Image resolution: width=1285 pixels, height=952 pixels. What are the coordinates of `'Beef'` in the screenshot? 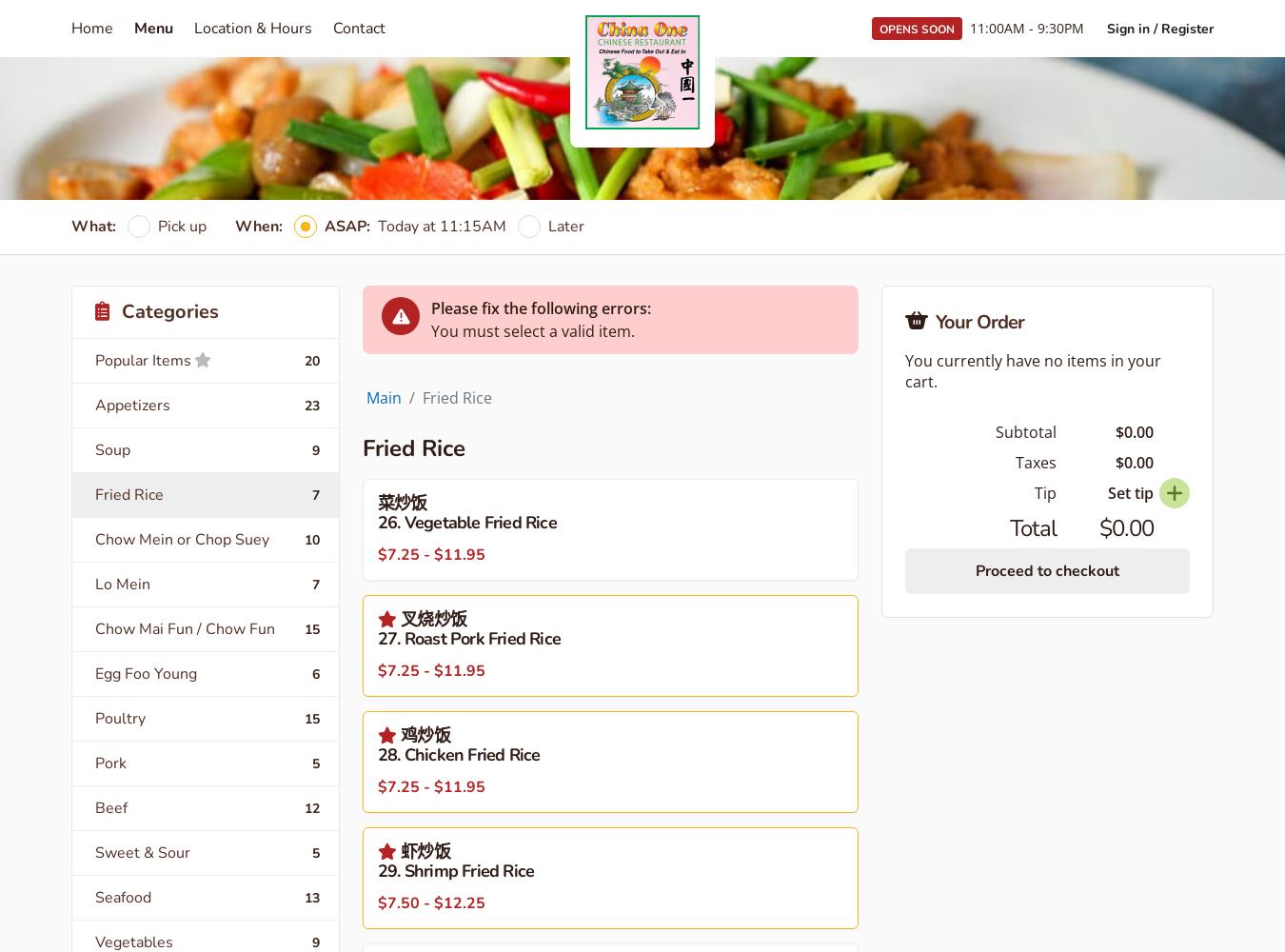 It's located at (94, 807).